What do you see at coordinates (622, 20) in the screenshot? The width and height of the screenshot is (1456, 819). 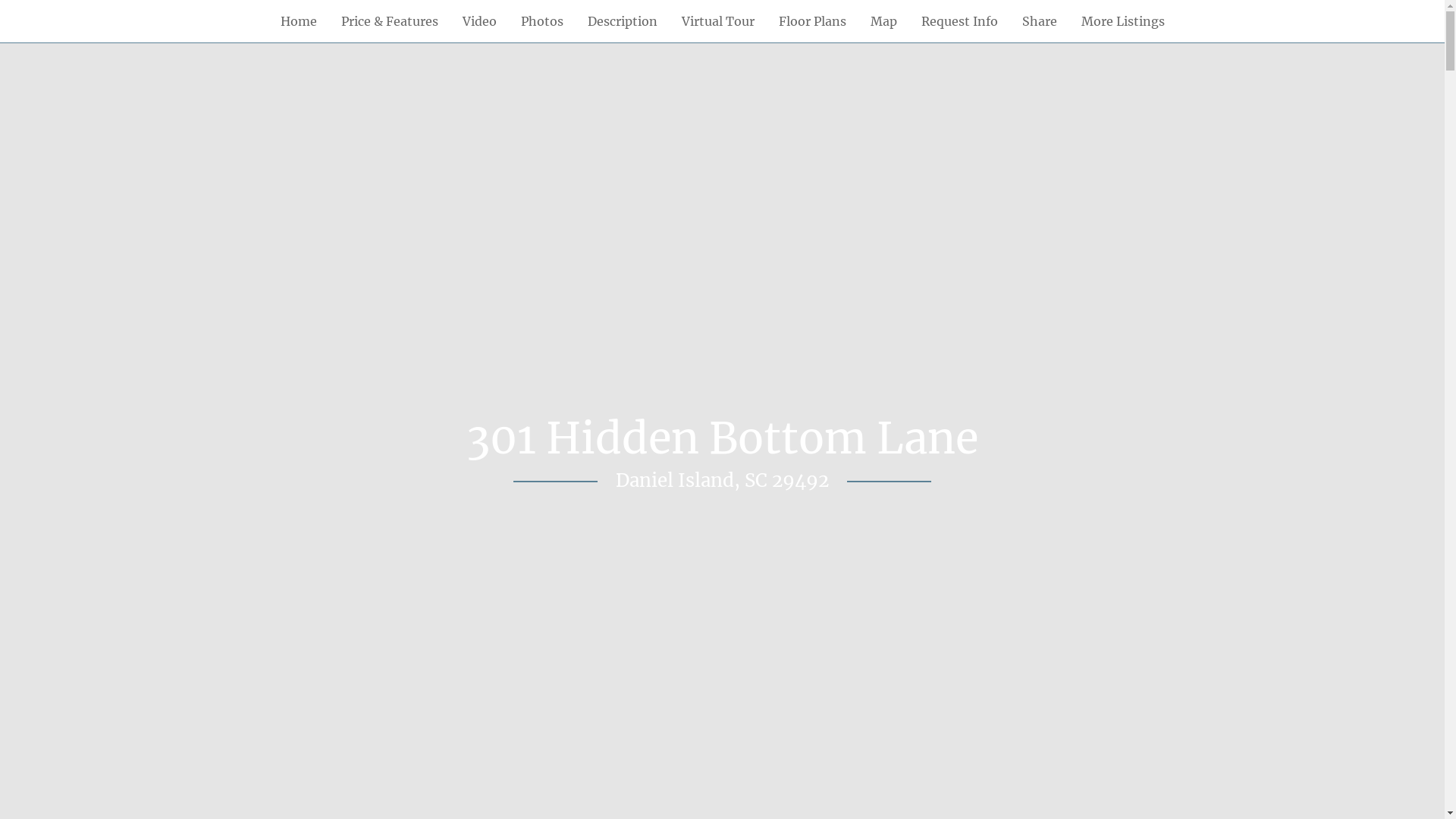 I see `'Description'` at bounding box center [622, 20].